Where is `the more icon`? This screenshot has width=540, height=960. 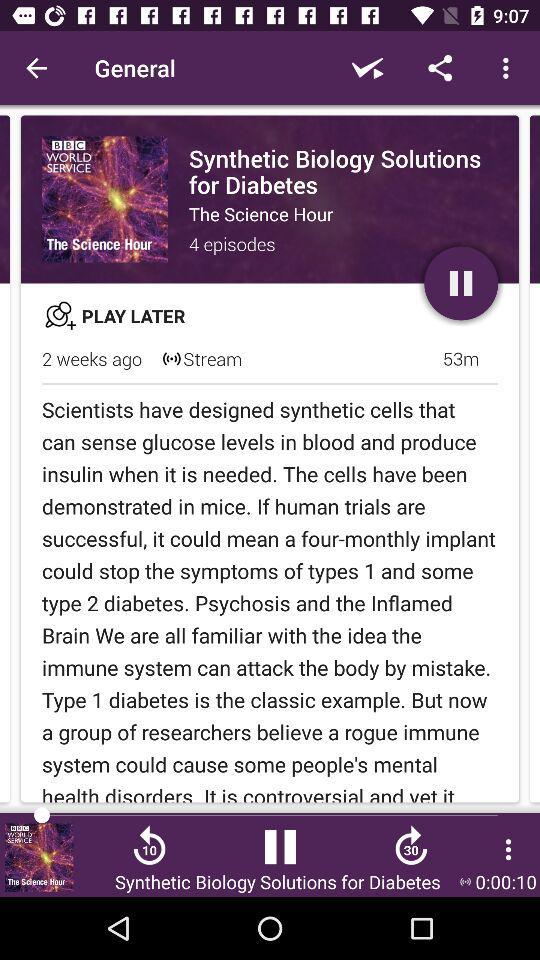 the more icon is located at coordinates (508, 848).